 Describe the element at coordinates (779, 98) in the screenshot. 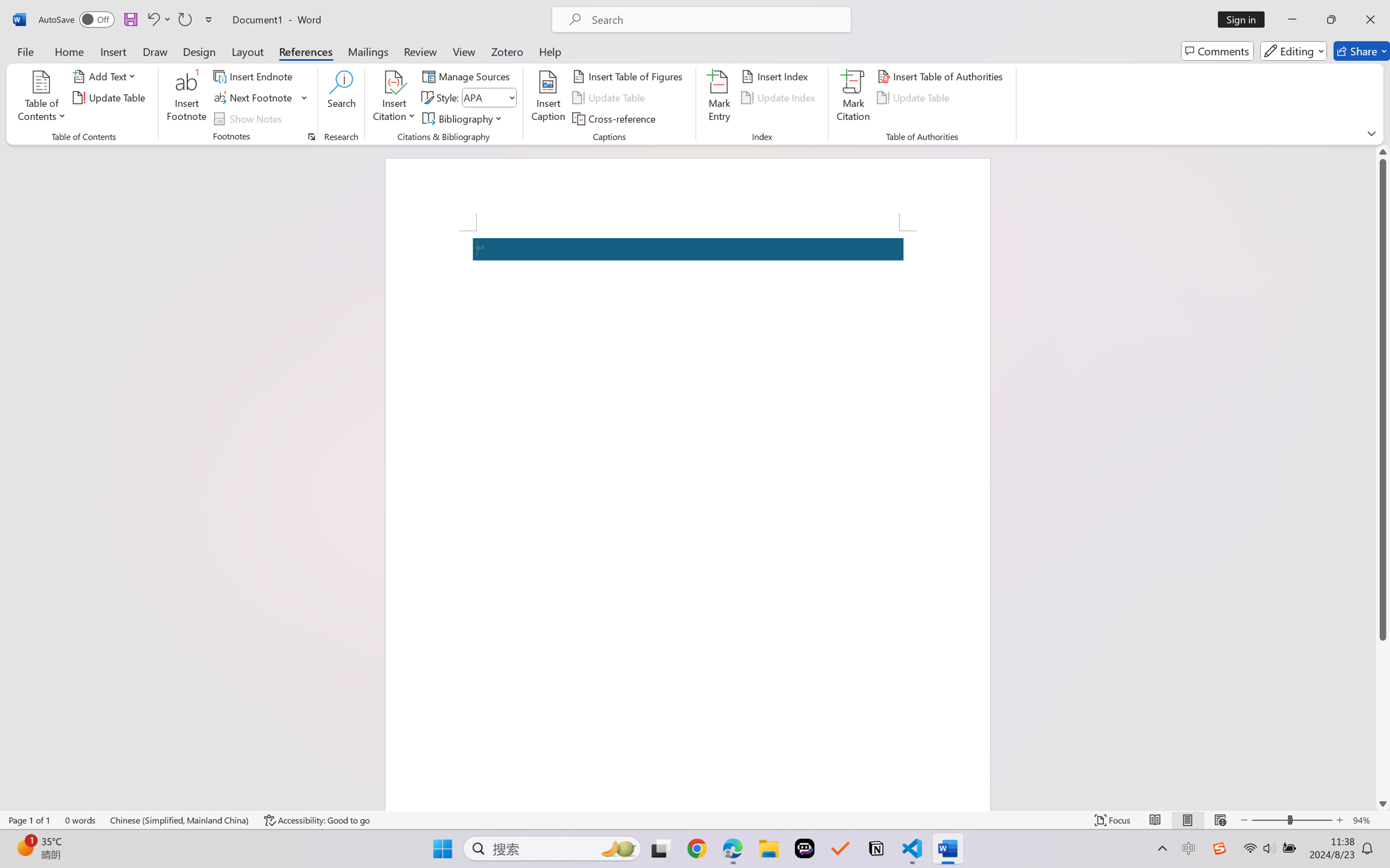

I see `'Update Index'` at that location.